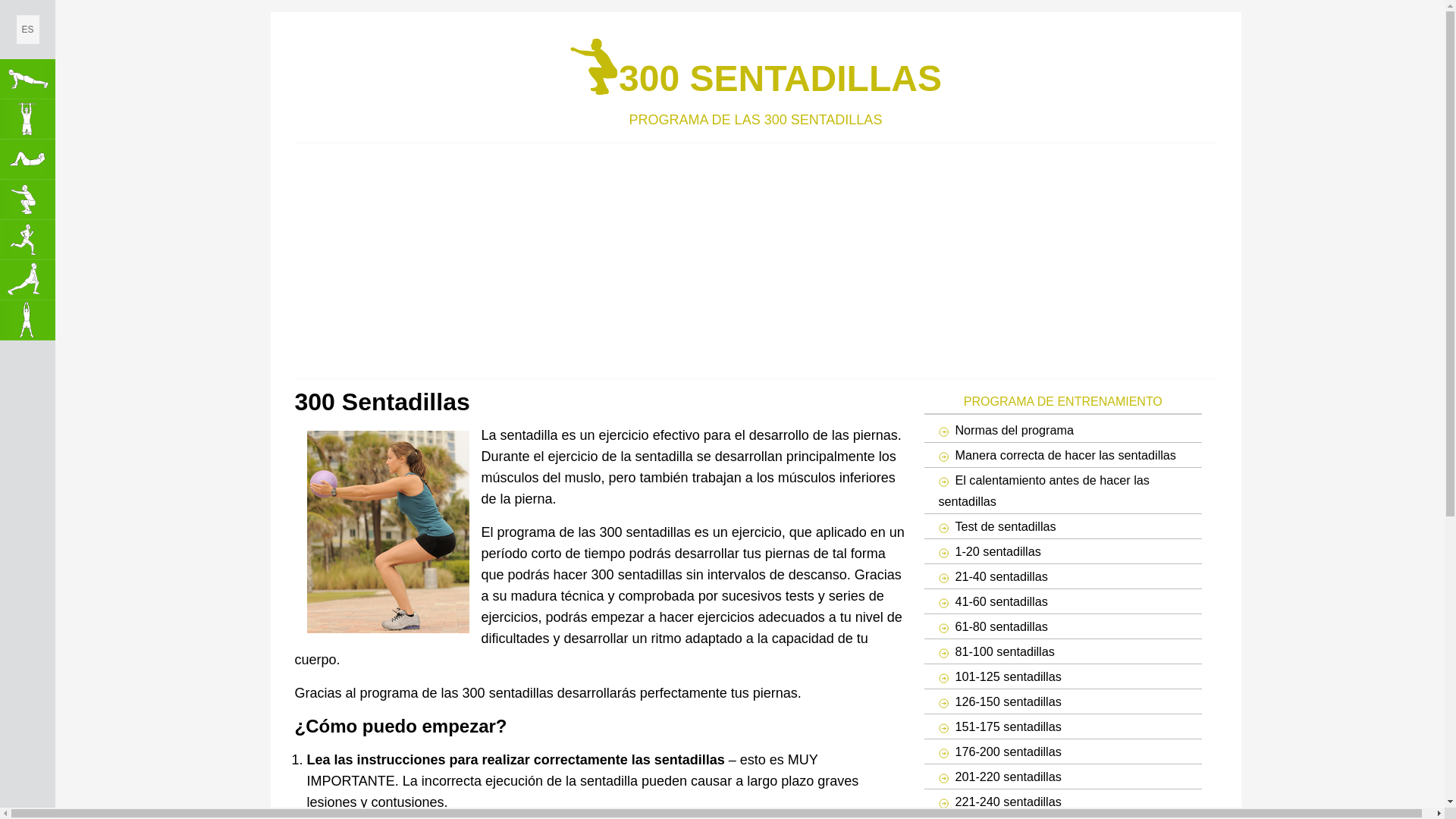  What do you see at coordinates (0, 280) in the screenshot?
I see `'Haga Estiramientos'` at bounding box center [0, 280].